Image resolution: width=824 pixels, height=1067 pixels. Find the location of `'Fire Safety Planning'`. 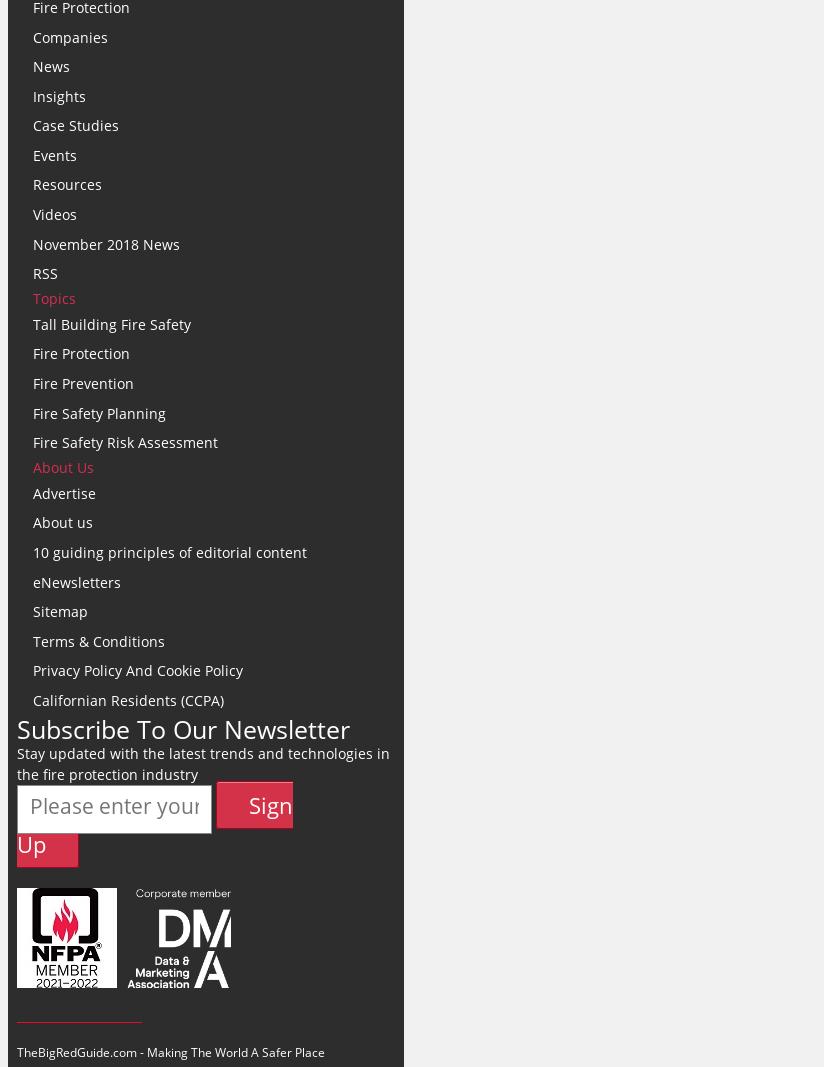

'Fire Safety Planning' is located at coordinates (31, 411).